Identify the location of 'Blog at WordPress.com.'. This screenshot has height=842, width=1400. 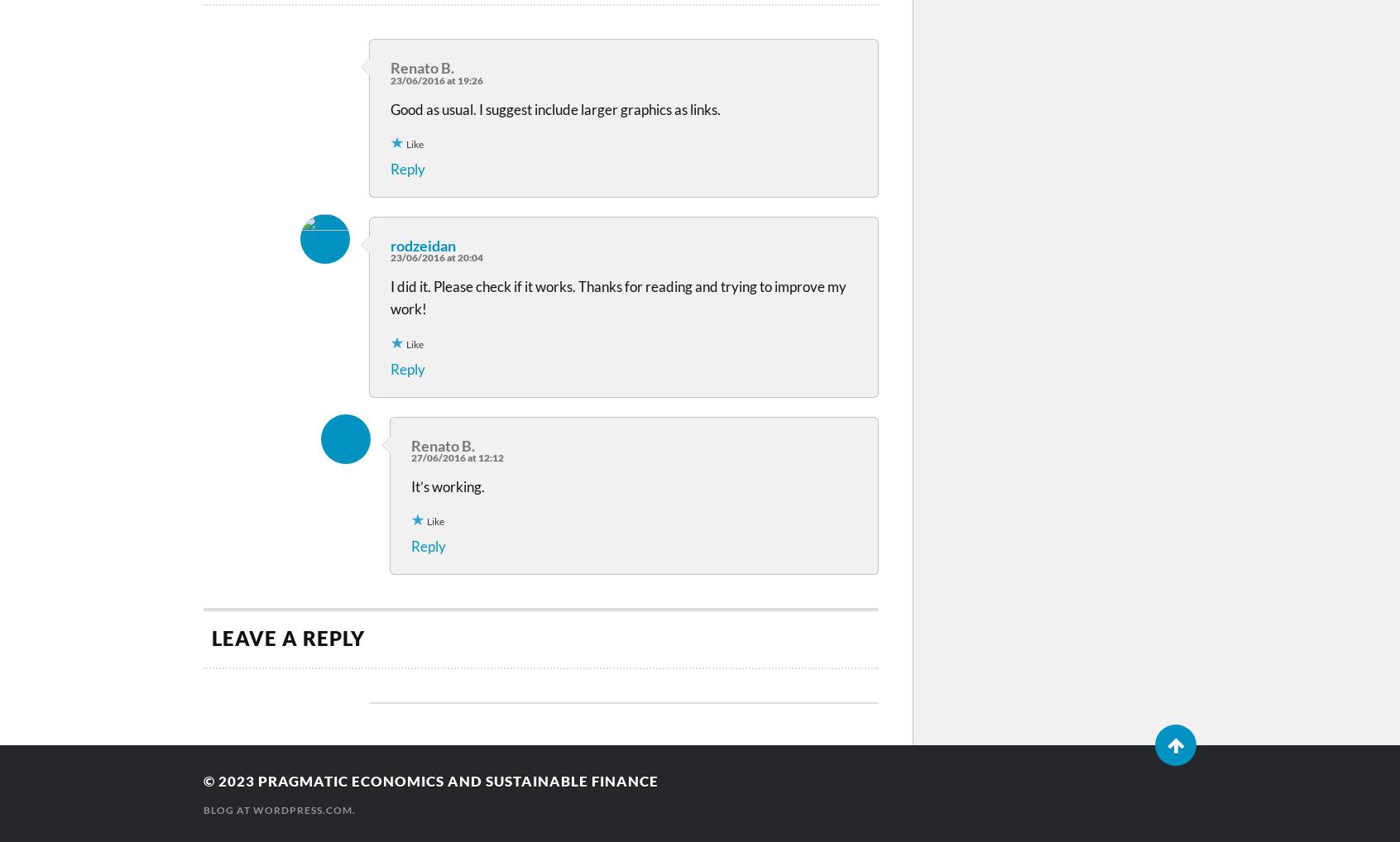
(204, 810).